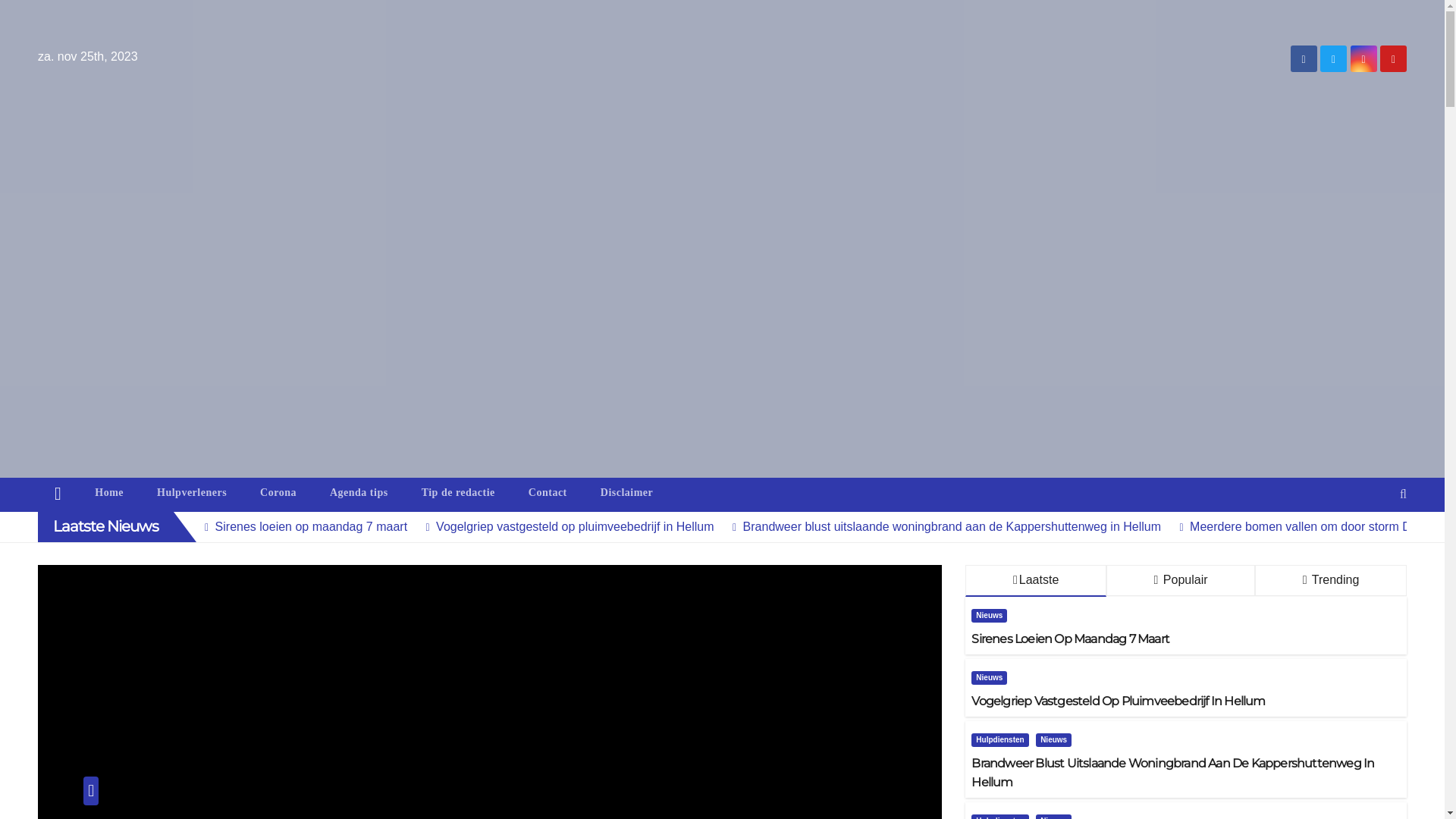  What do you see at coordinates (971, 739) in the screenshot?
I see `'Hulpdiensten'` at bounding box center [971, 739].